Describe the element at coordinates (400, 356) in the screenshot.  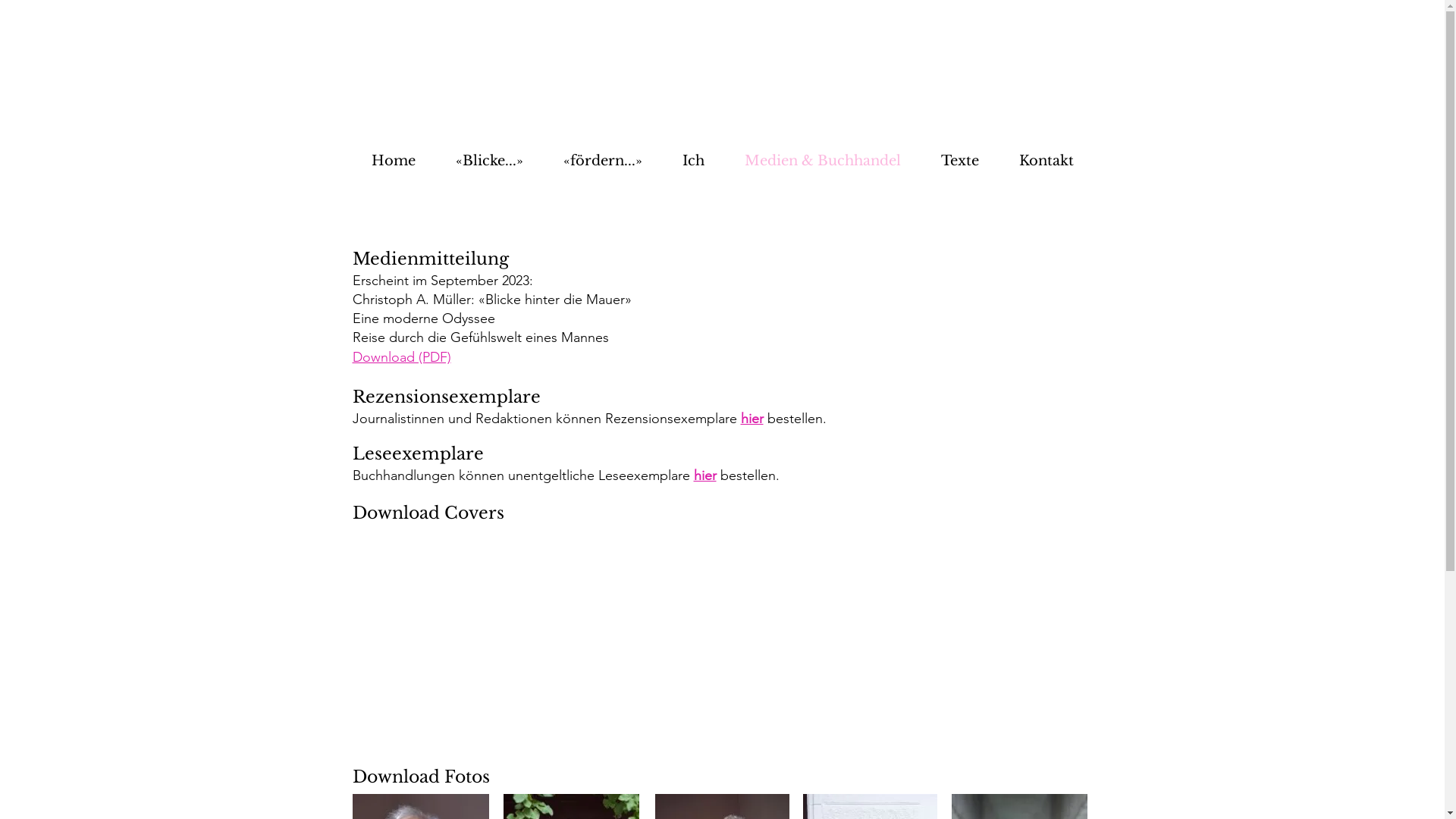
I see `'Download (PDF)'` at that location.